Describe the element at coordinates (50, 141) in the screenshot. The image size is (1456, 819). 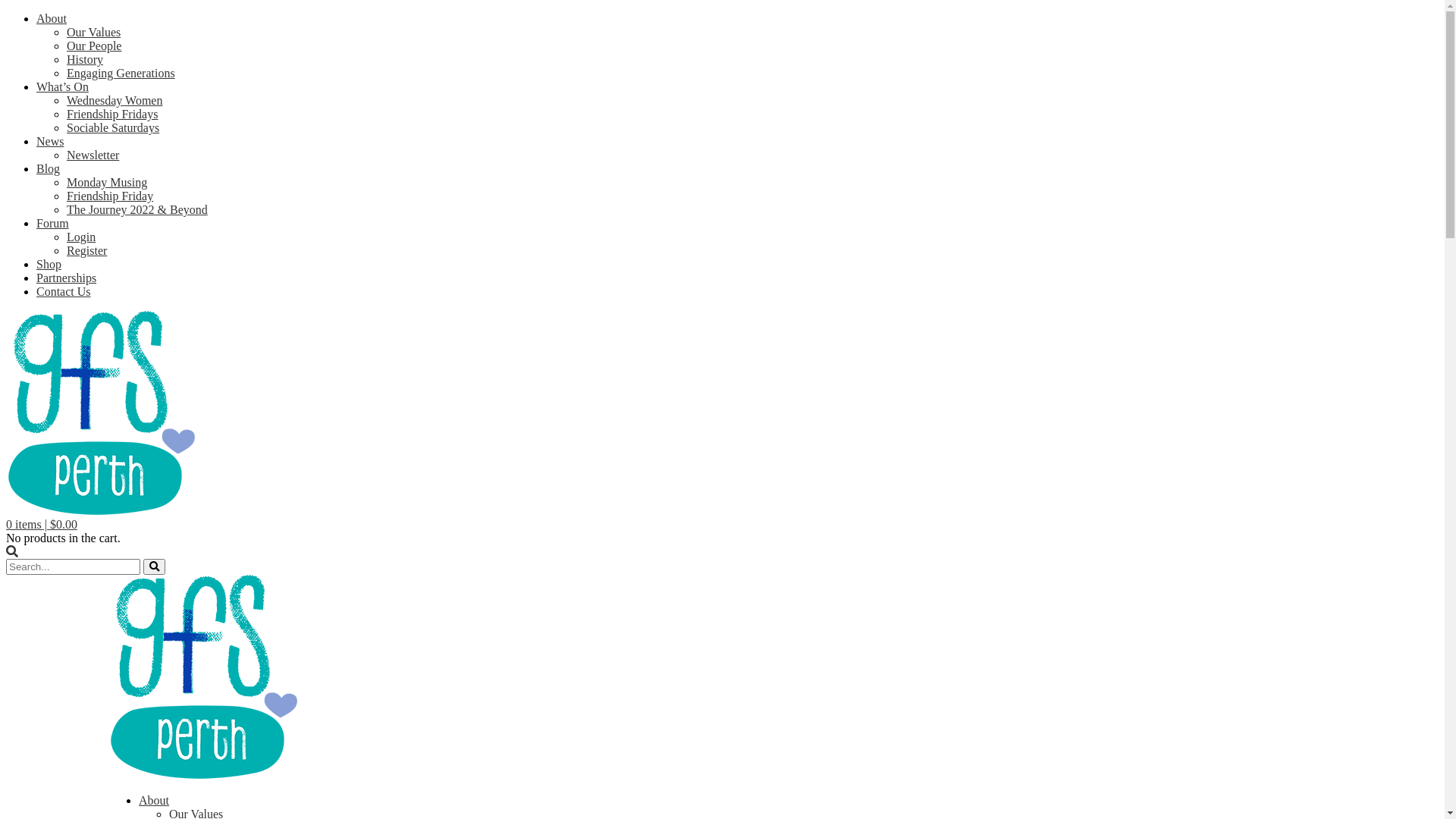
I see `'News'` at that location.